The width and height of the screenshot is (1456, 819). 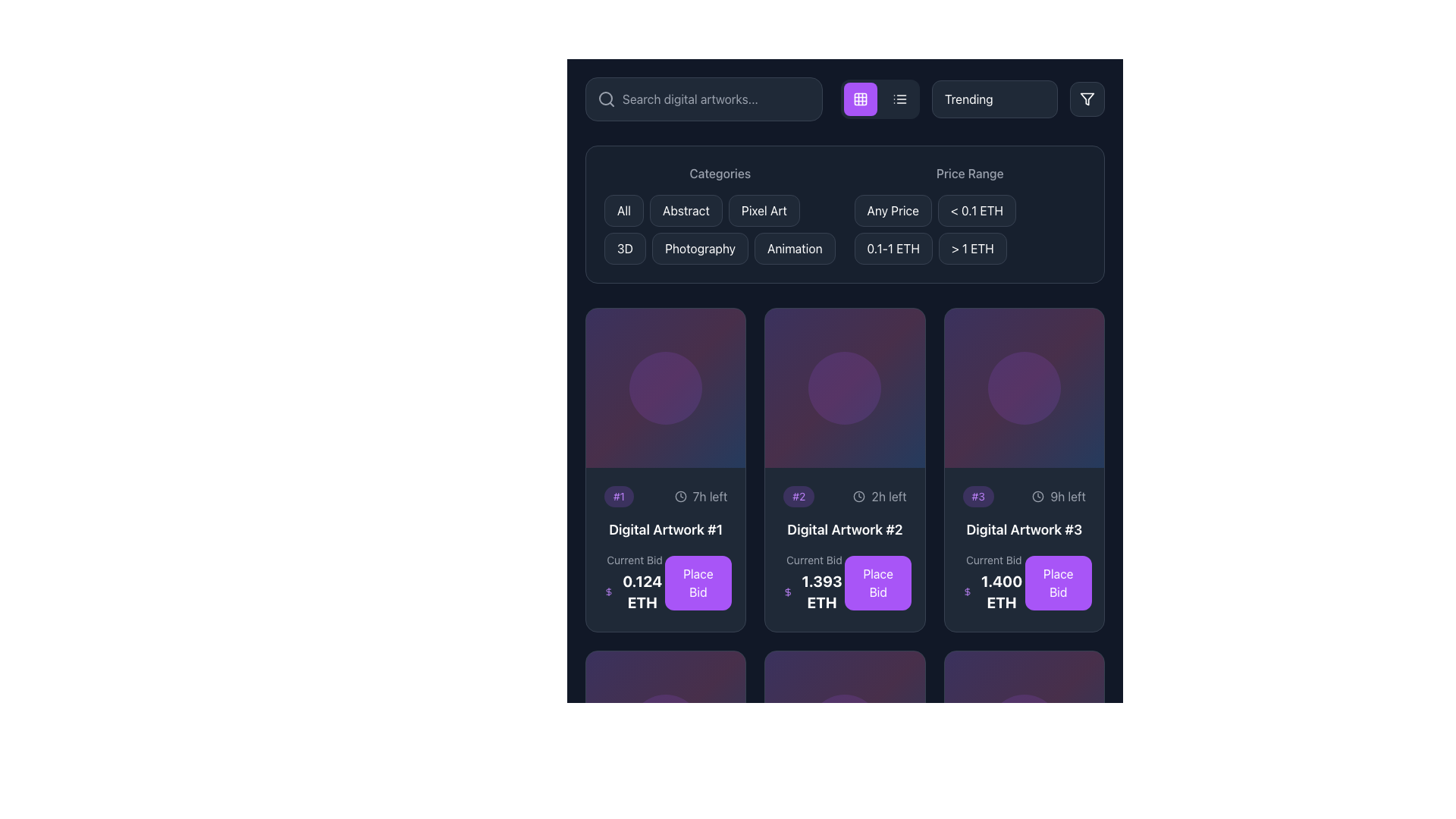 I want to click on the decorative graphic element located above the 'Place Bid' button in the second card titled 'Digital Artwork #2', so click(x=844, y=388).